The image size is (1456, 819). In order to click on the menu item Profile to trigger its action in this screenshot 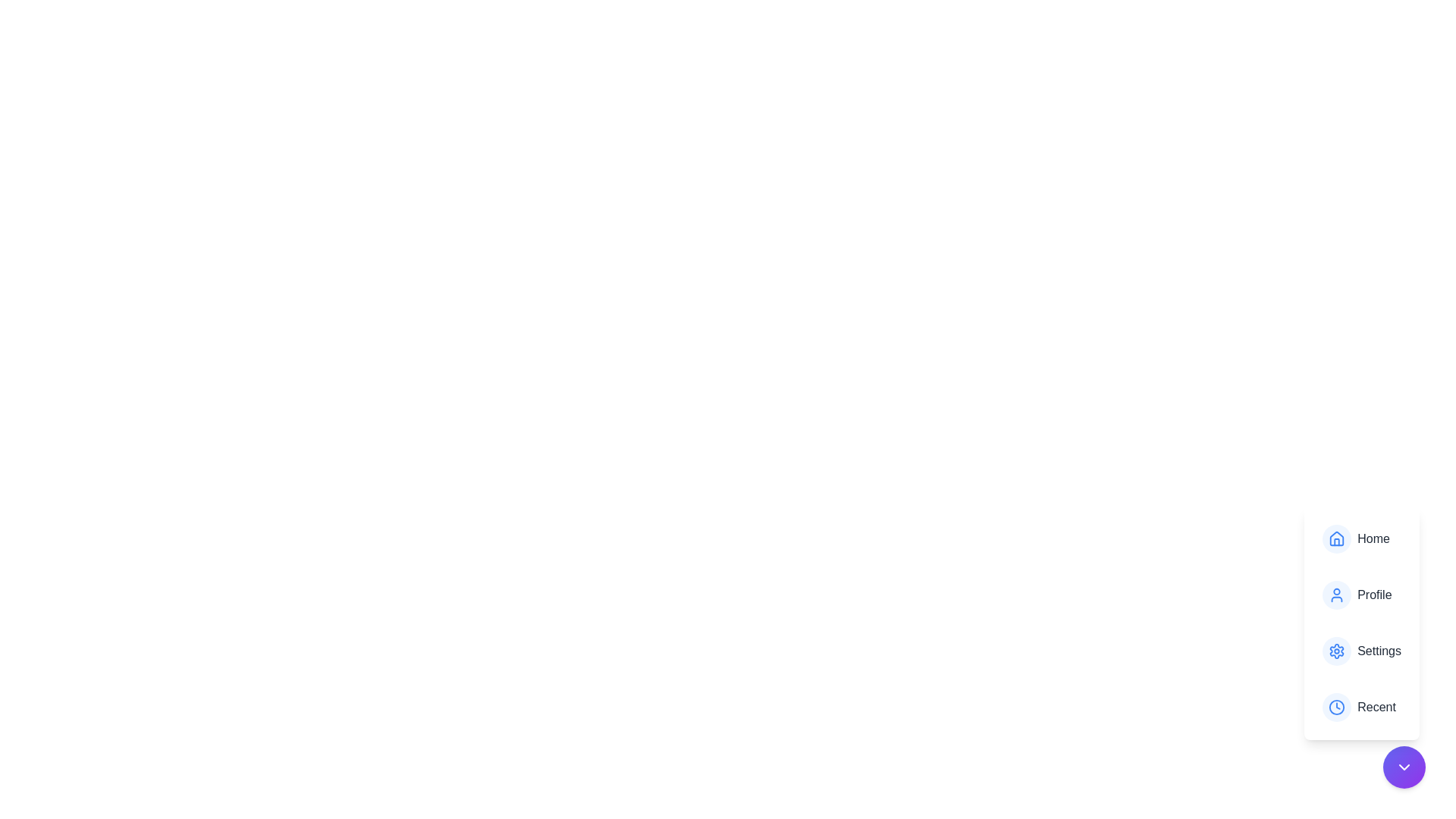, I will do `click(1362, 595)`.